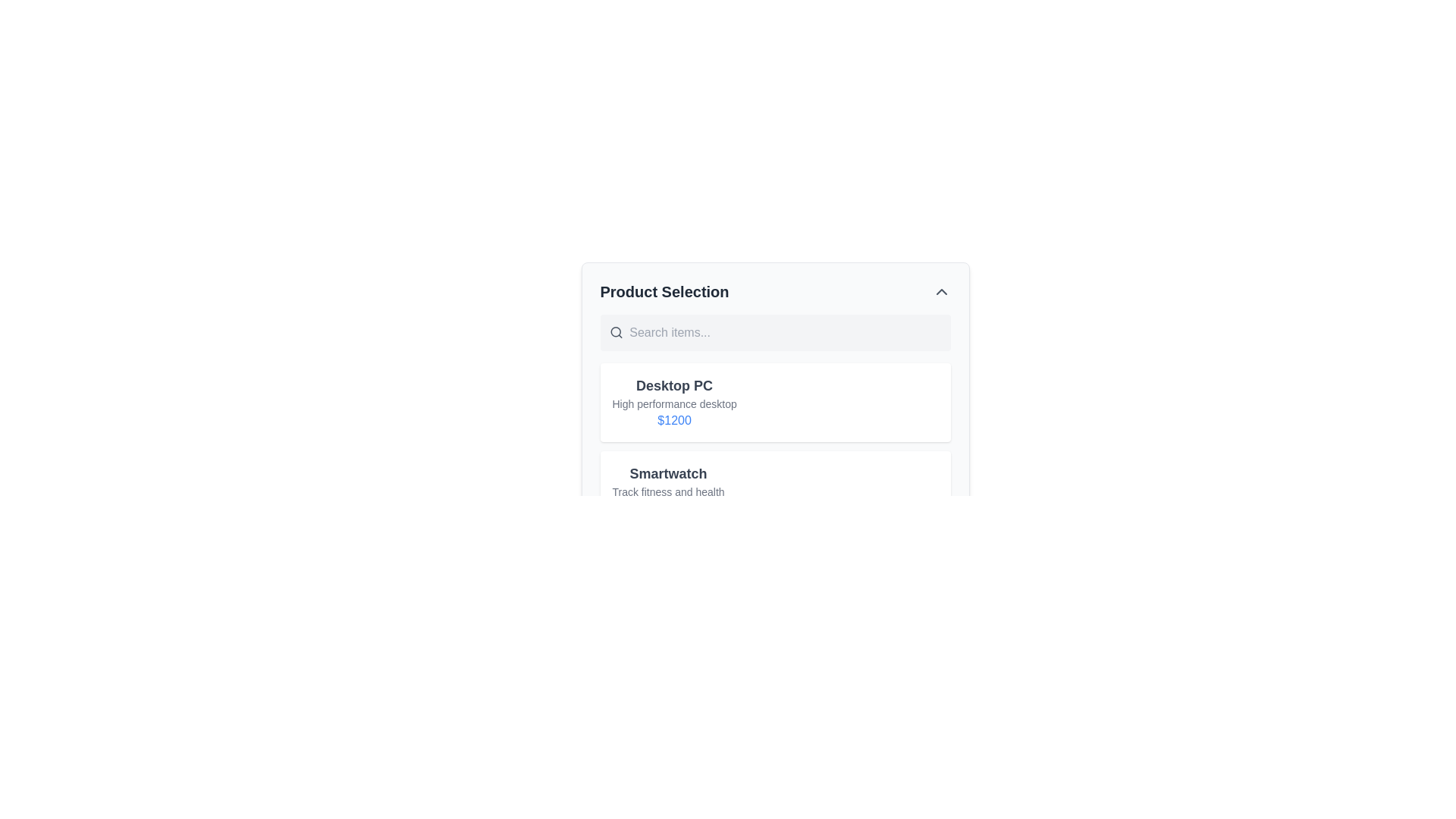  Describe the element at coordinates (673, 421) in the screenshot. I see `the price information text located at the bottom of the product details for 'Desktop PC' to read the price value` at that location.